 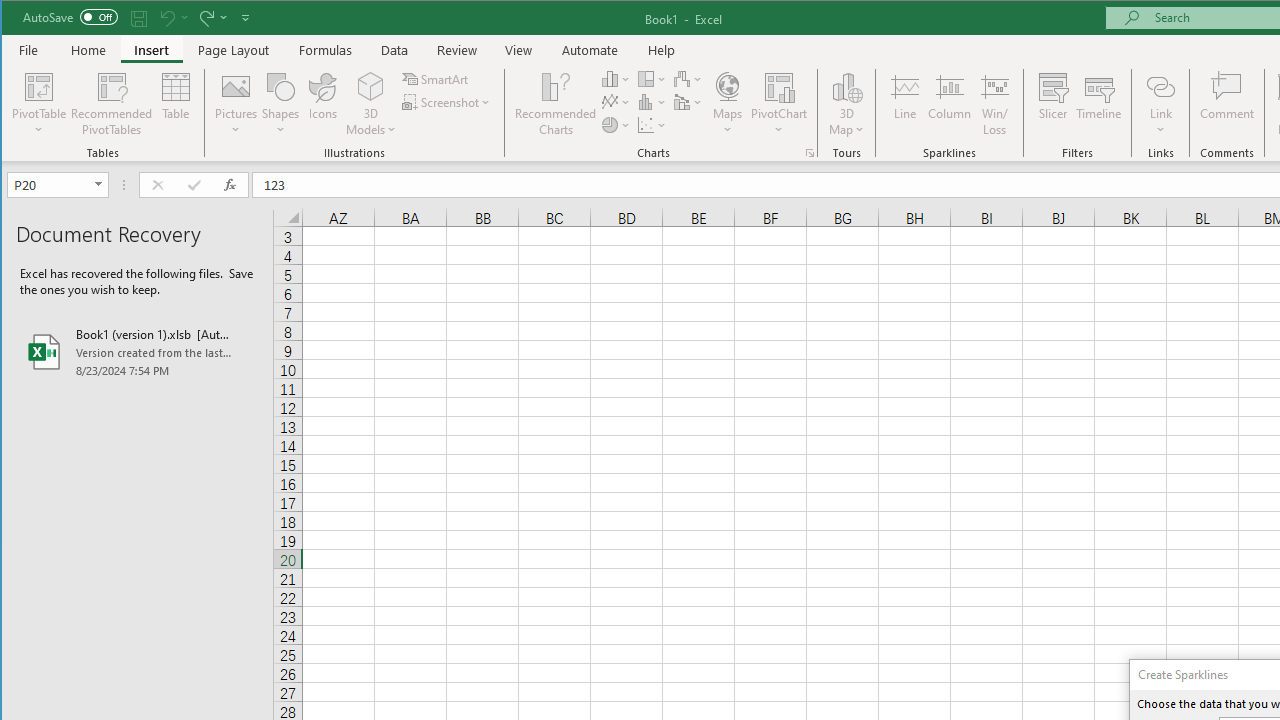 What do you see at coordinates (615, 125) in the screenshot?
I see `'Insert Pie or Doughnut Chart'` at bounding box center [615, 125].